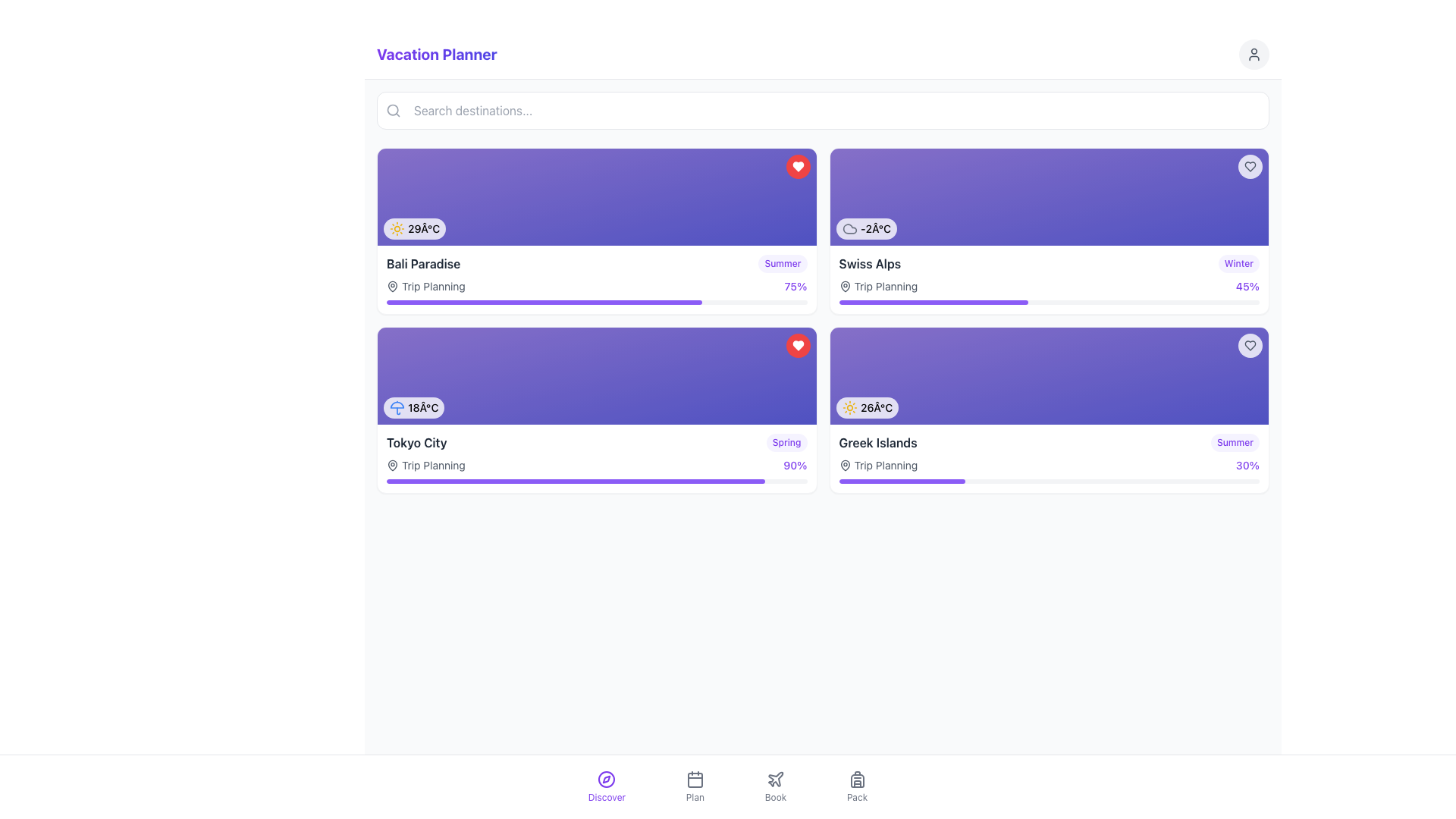 This screenshot has height=819, width=1456. Describe the element at coordinates (857, 780) in the screenshot. I see `the 'Pack' icon located on the bottom navigation bar` at that location.